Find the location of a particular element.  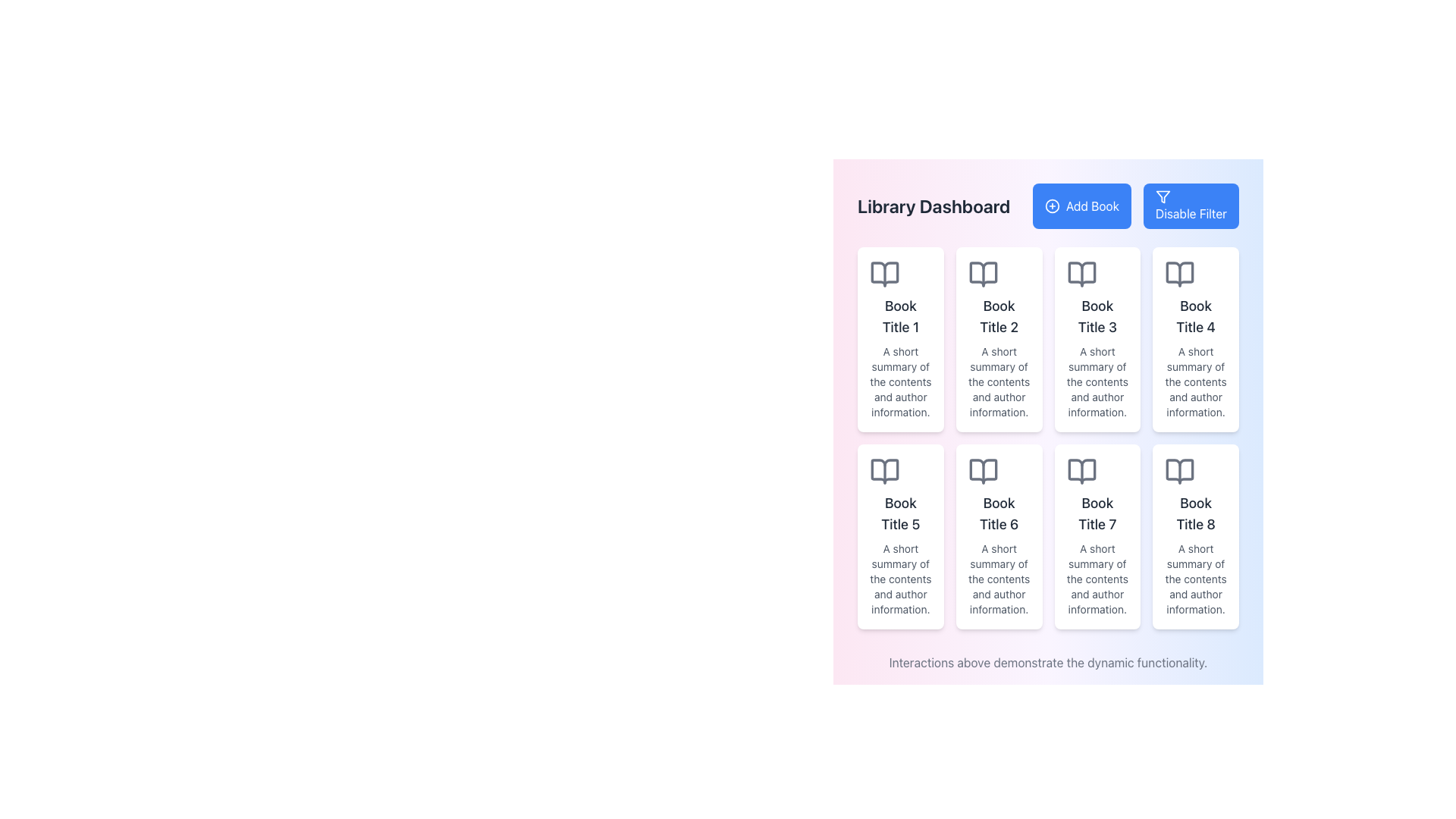

the book icon located at the top of the fifth card labeled 'Book Title 5' in the grid layout is located at coordinates (884, 470).